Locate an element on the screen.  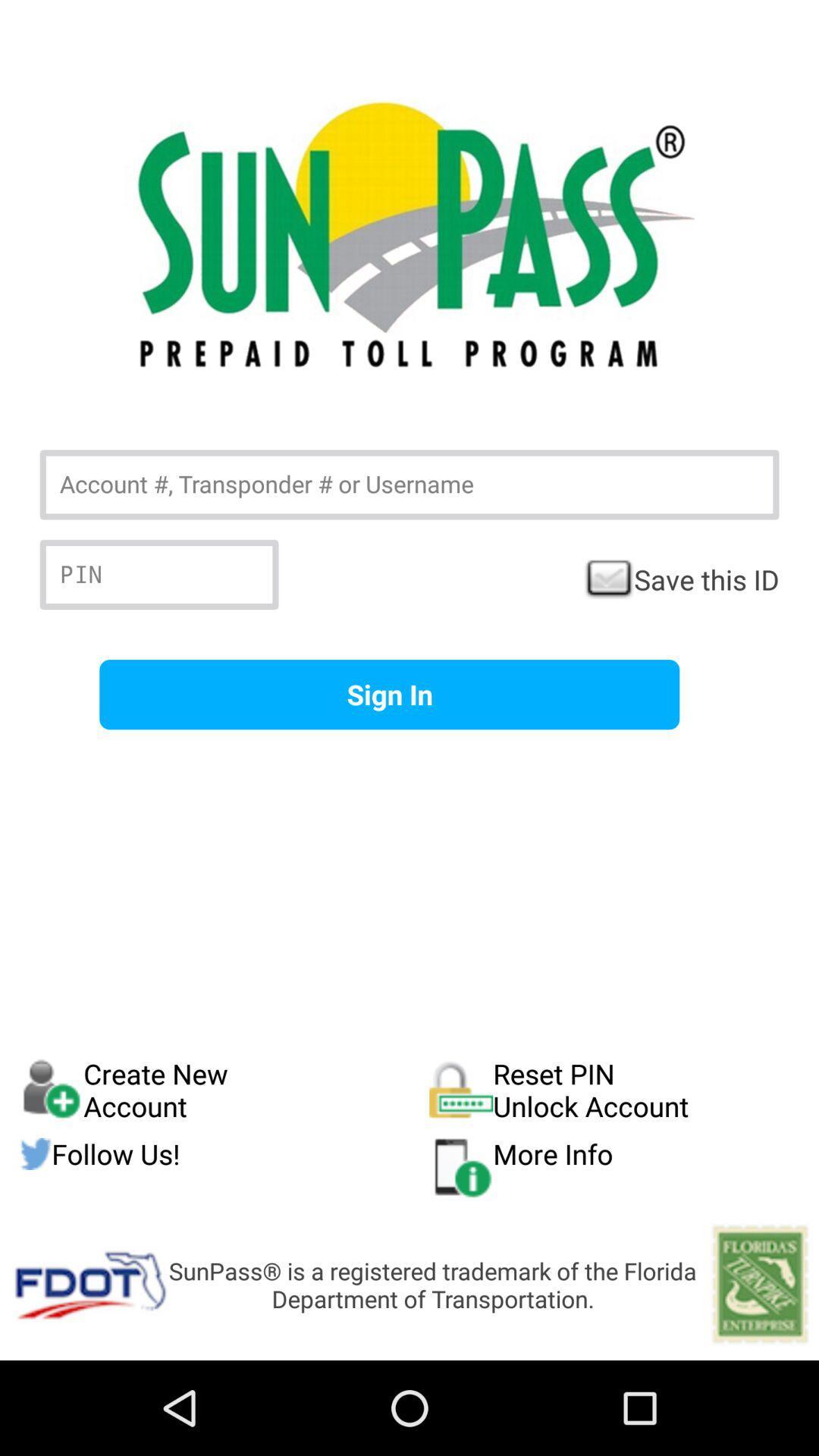
item next to reset pin unlock is located at coordinates (224, 1089).